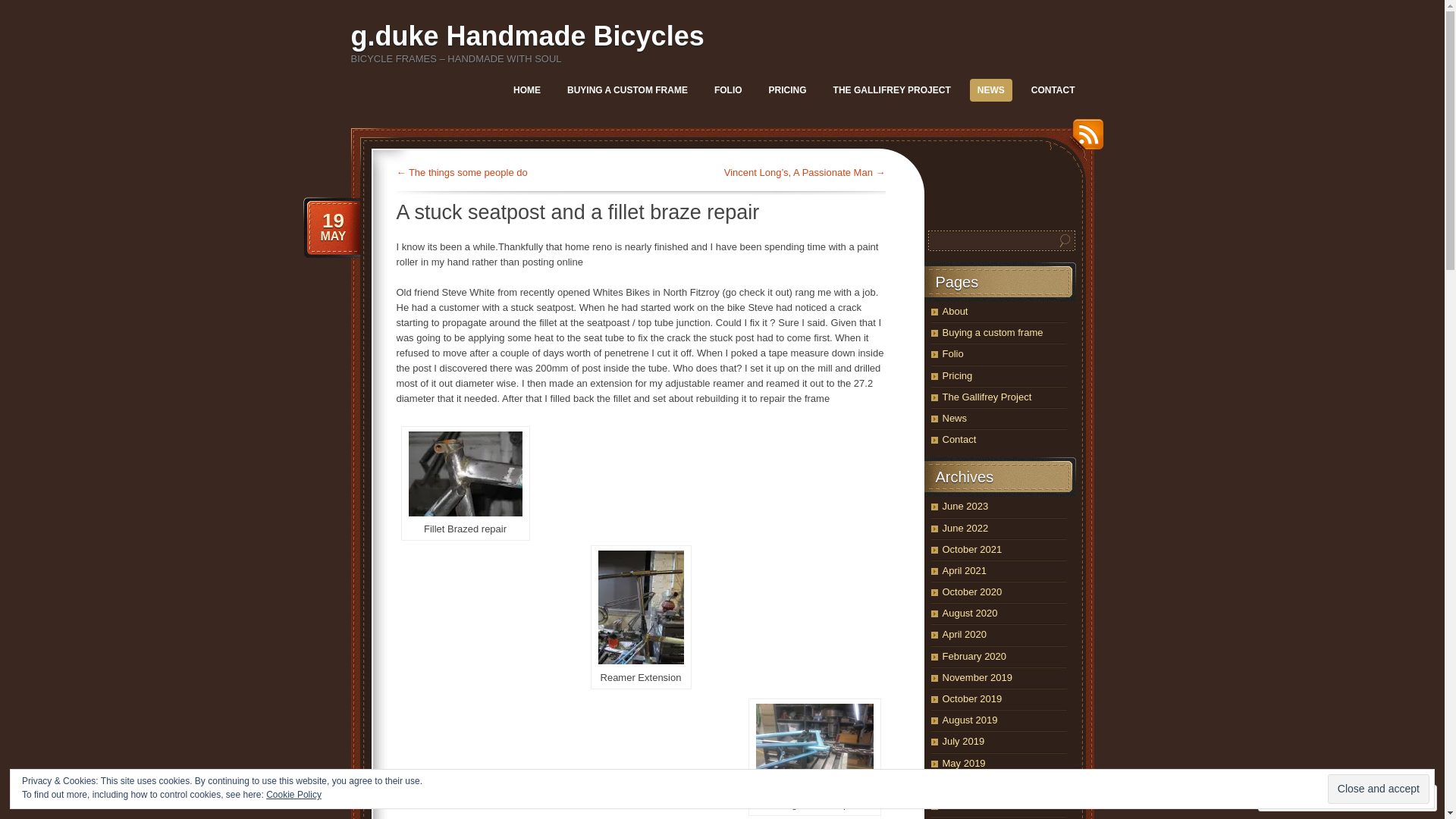 The height and width of the screenshot is (819, 1456). What do you see at coordinates (958, 439) in the screenshot?
I see `'Contact'` at bounding box center [958, 439].